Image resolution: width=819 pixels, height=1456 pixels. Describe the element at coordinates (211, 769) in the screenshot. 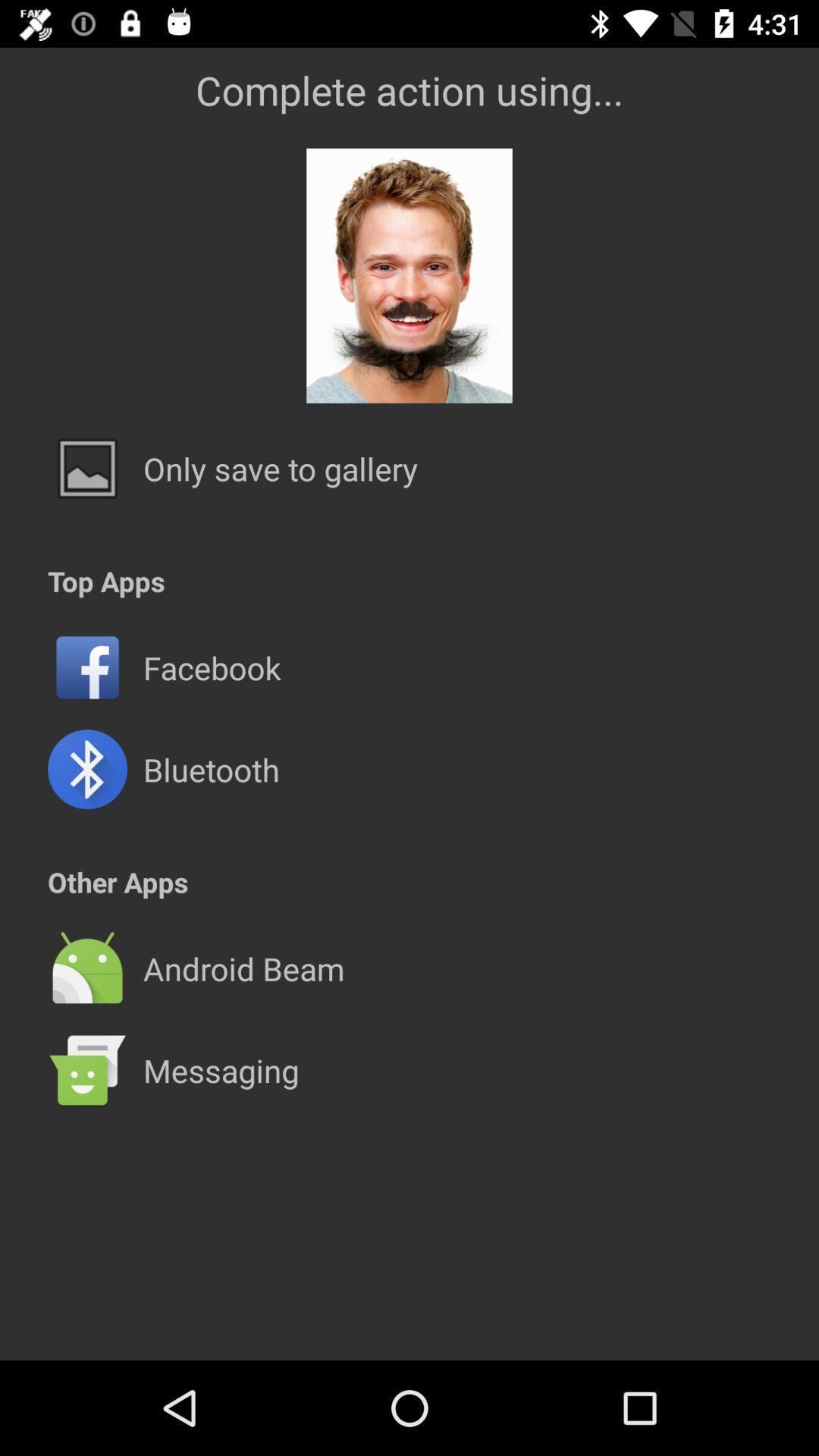

I see `bluetooth icon` at that location.